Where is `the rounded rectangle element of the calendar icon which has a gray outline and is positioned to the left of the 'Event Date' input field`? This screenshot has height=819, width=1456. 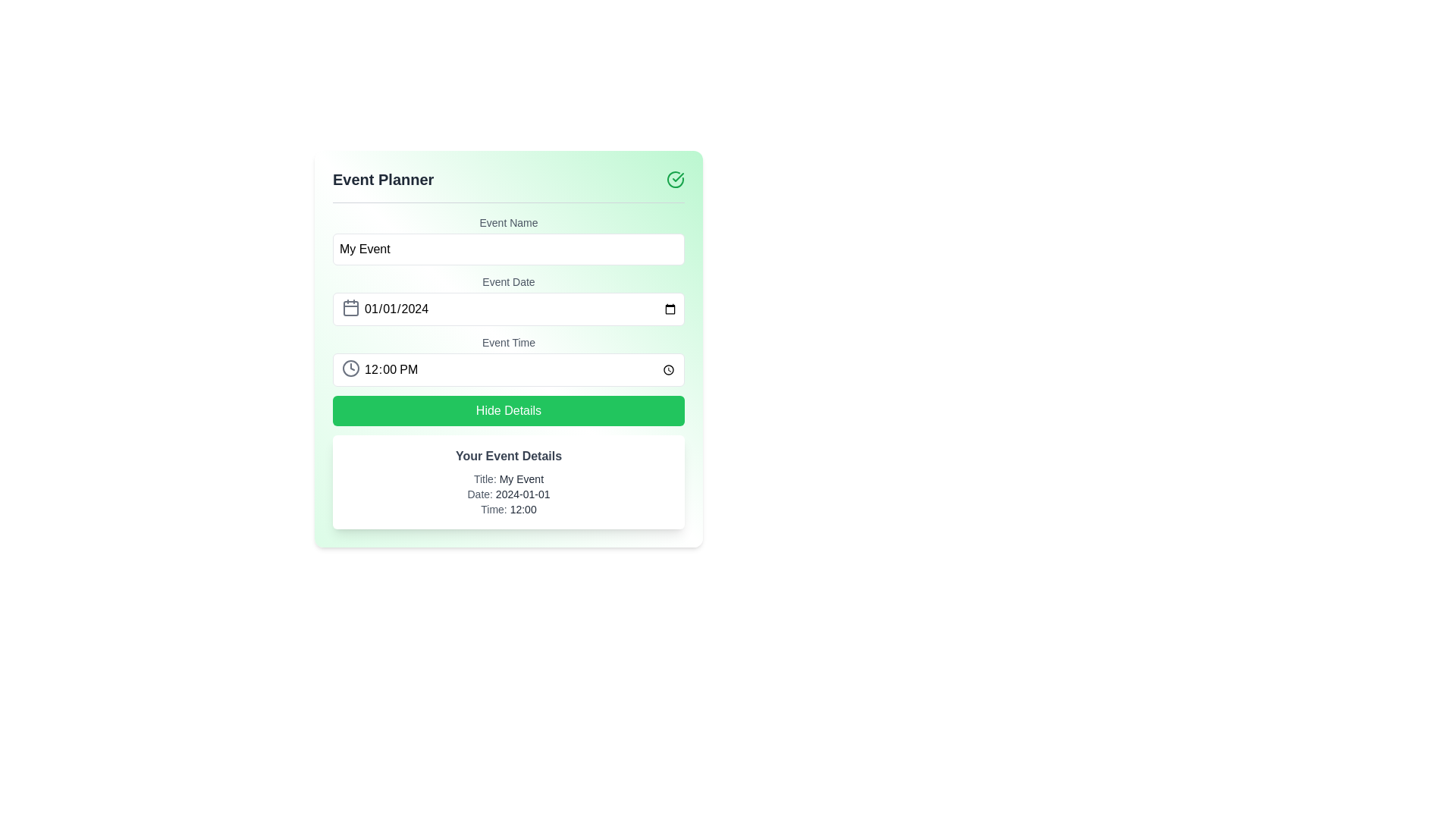 the rounded rectangle element of the calendar icon which has a gray outline and is positioned to the left of the 'Event Date' input field is located at coordinates (350, 308).